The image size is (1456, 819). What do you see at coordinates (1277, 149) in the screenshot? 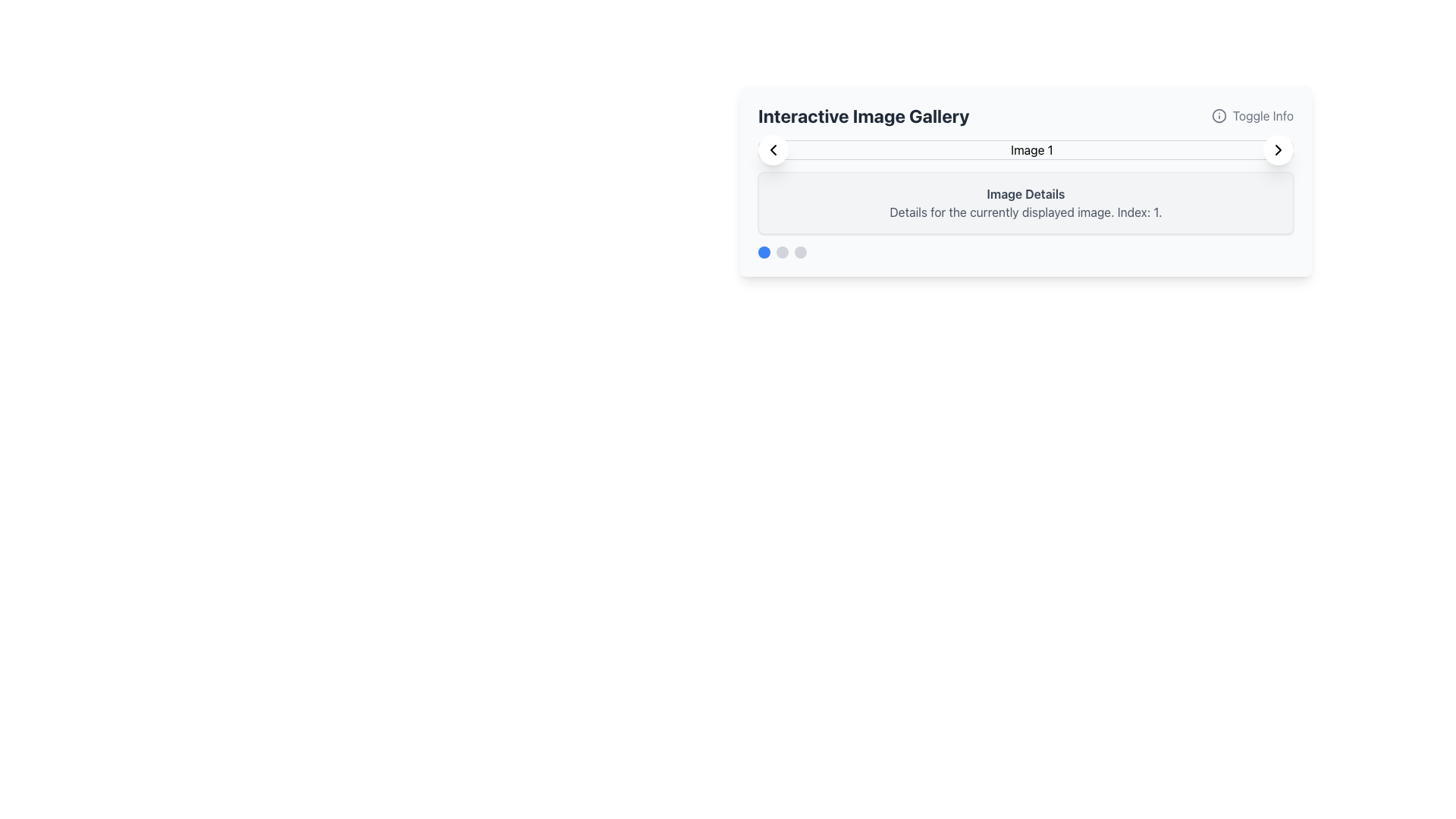
I see `the navigation icon located in the circular button at the top-right corner of the interface` at bounding box center [1277, 149].